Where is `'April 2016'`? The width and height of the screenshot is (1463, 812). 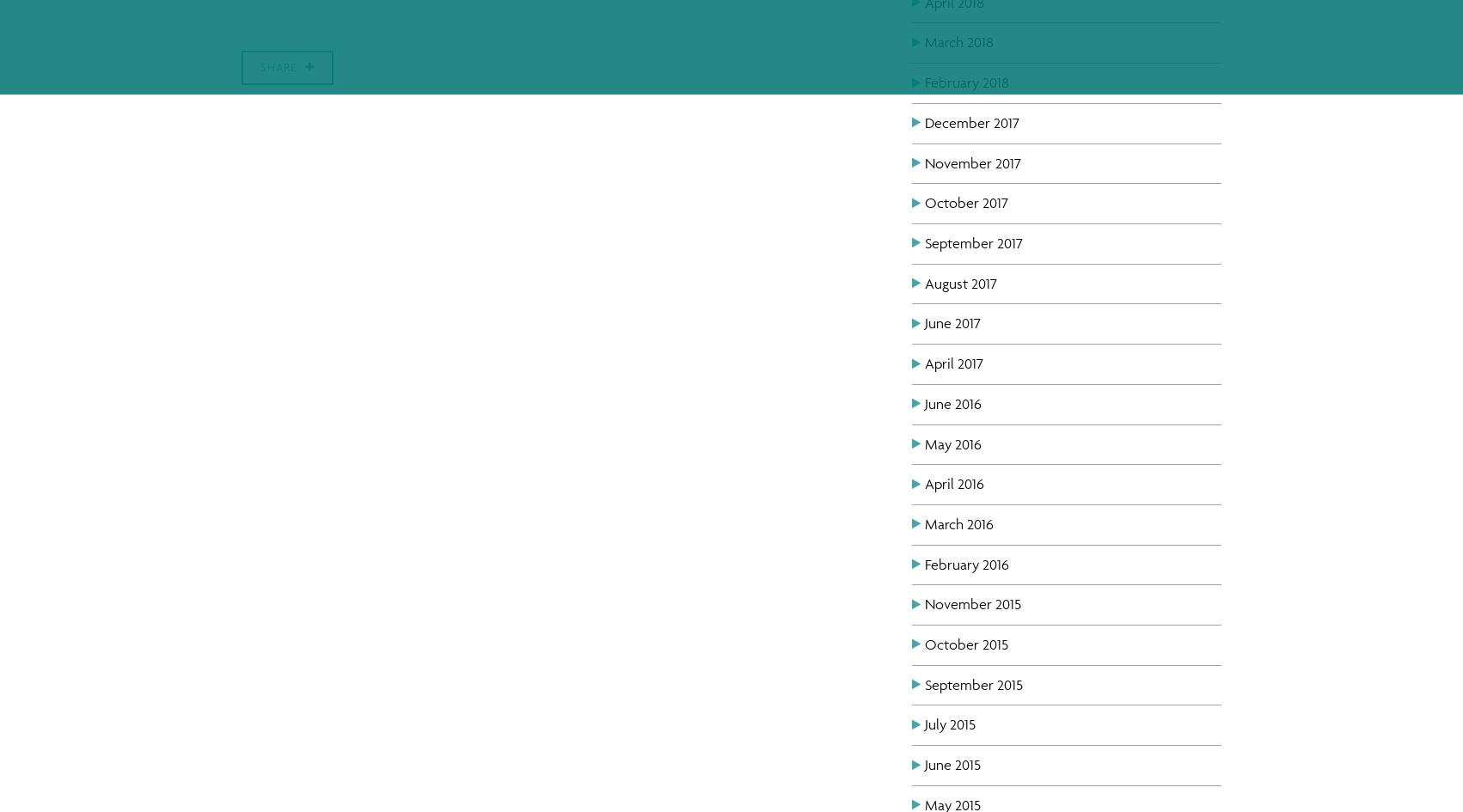
'April 2016' is located at coordinates (953, 484).